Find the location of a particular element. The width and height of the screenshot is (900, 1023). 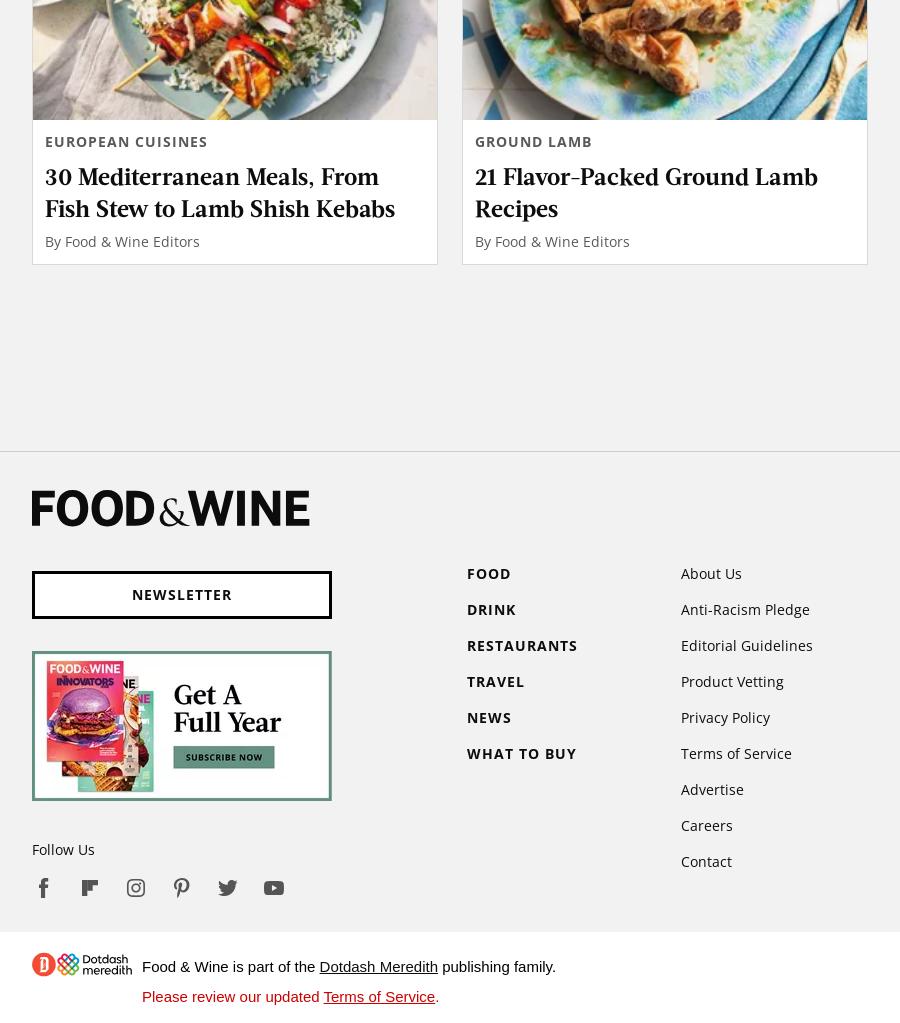

'Privacy Policy' is located at coordinates (724, 716).